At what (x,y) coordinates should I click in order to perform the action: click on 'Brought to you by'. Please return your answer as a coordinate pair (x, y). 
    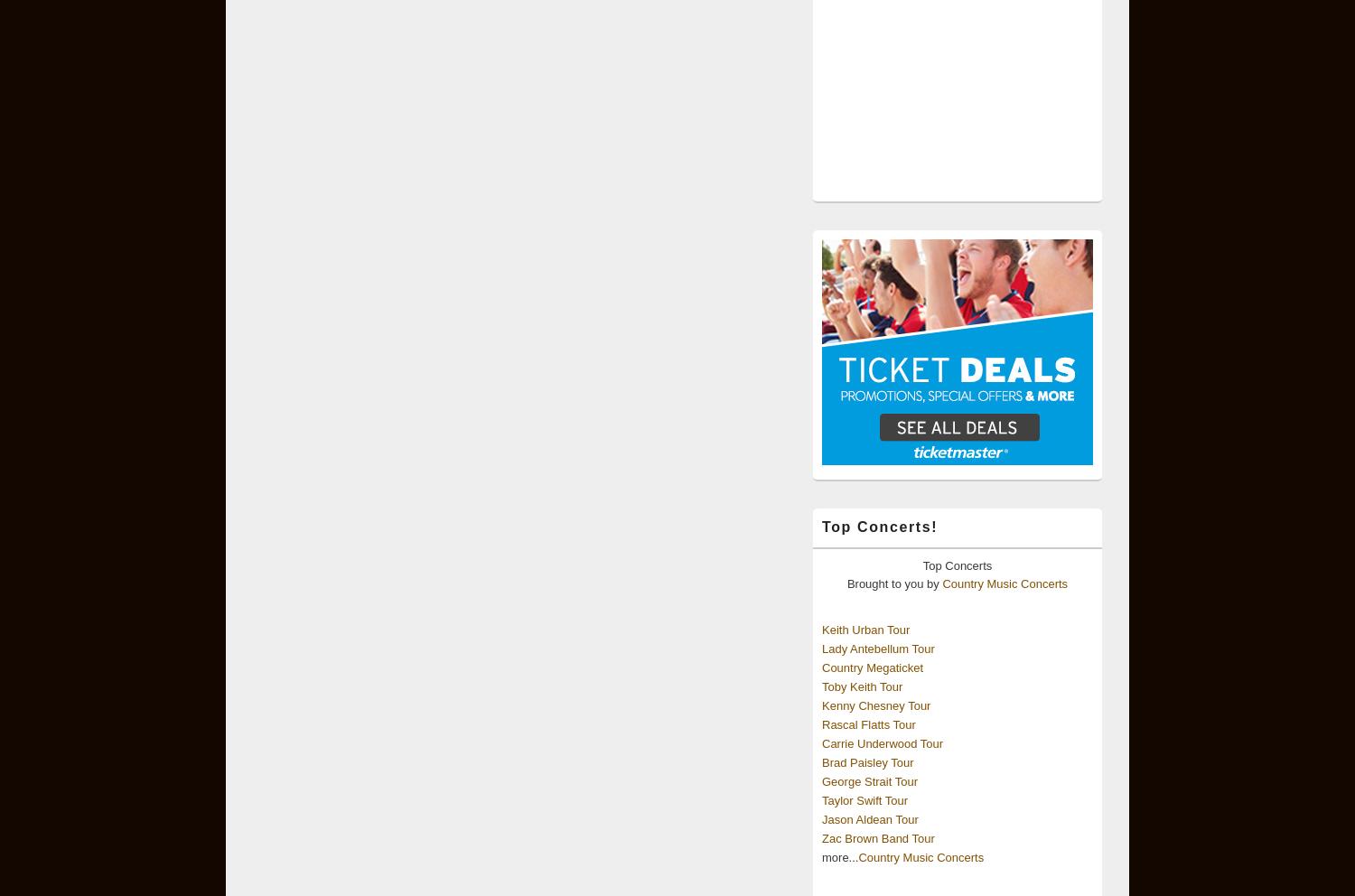
    Looking at the image, I should click on (893, 583).